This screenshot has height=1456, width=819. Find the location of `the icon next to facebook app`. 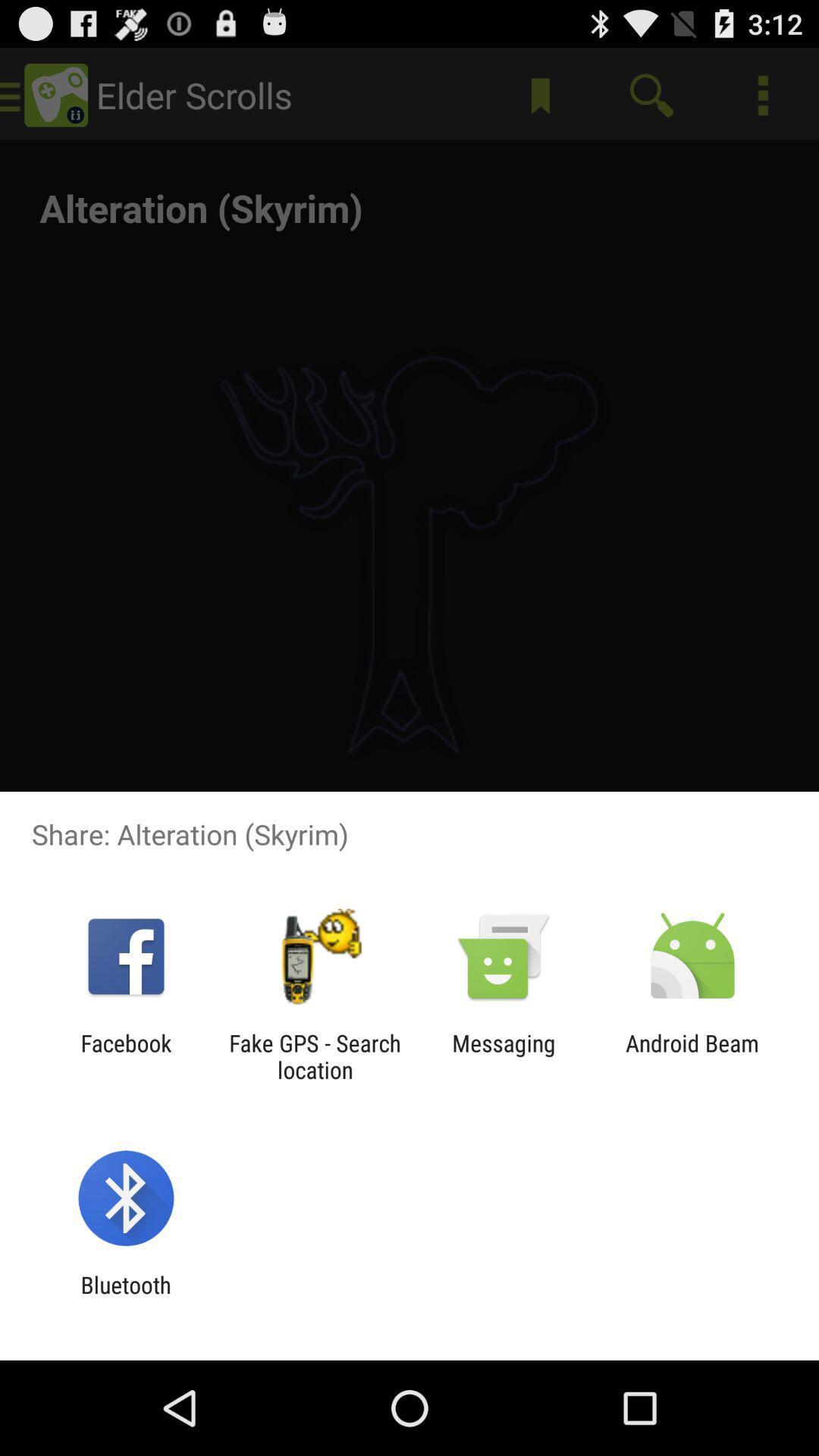

the icon next to facebook app is located at coordinates (314, 1056).